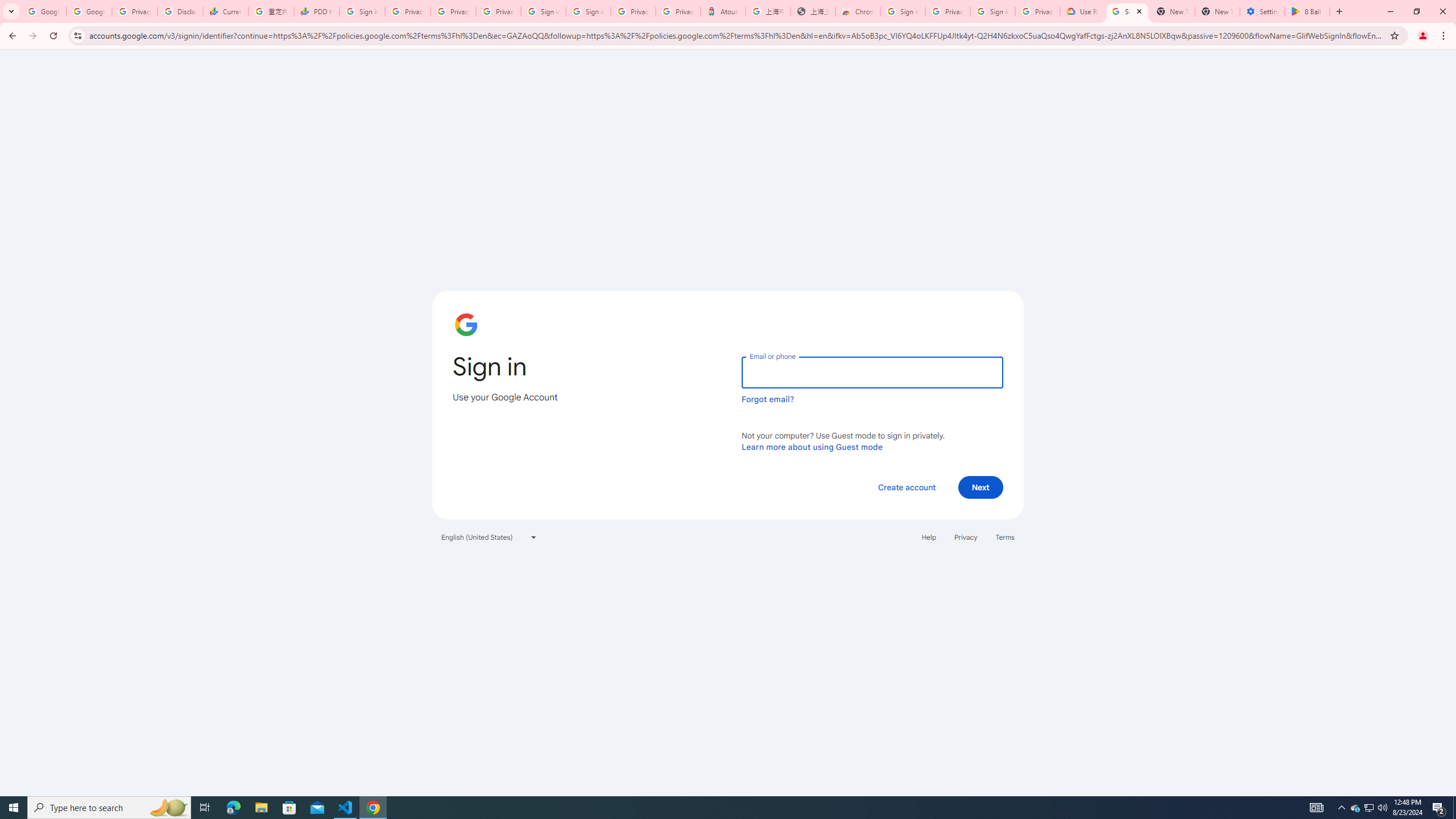 This screenshot has width=1456, height=819. What do you see at coordinates (225, 11) in the screenshot?
I see `'Currencies - Google Finance'` at bounding box center [225, 11].